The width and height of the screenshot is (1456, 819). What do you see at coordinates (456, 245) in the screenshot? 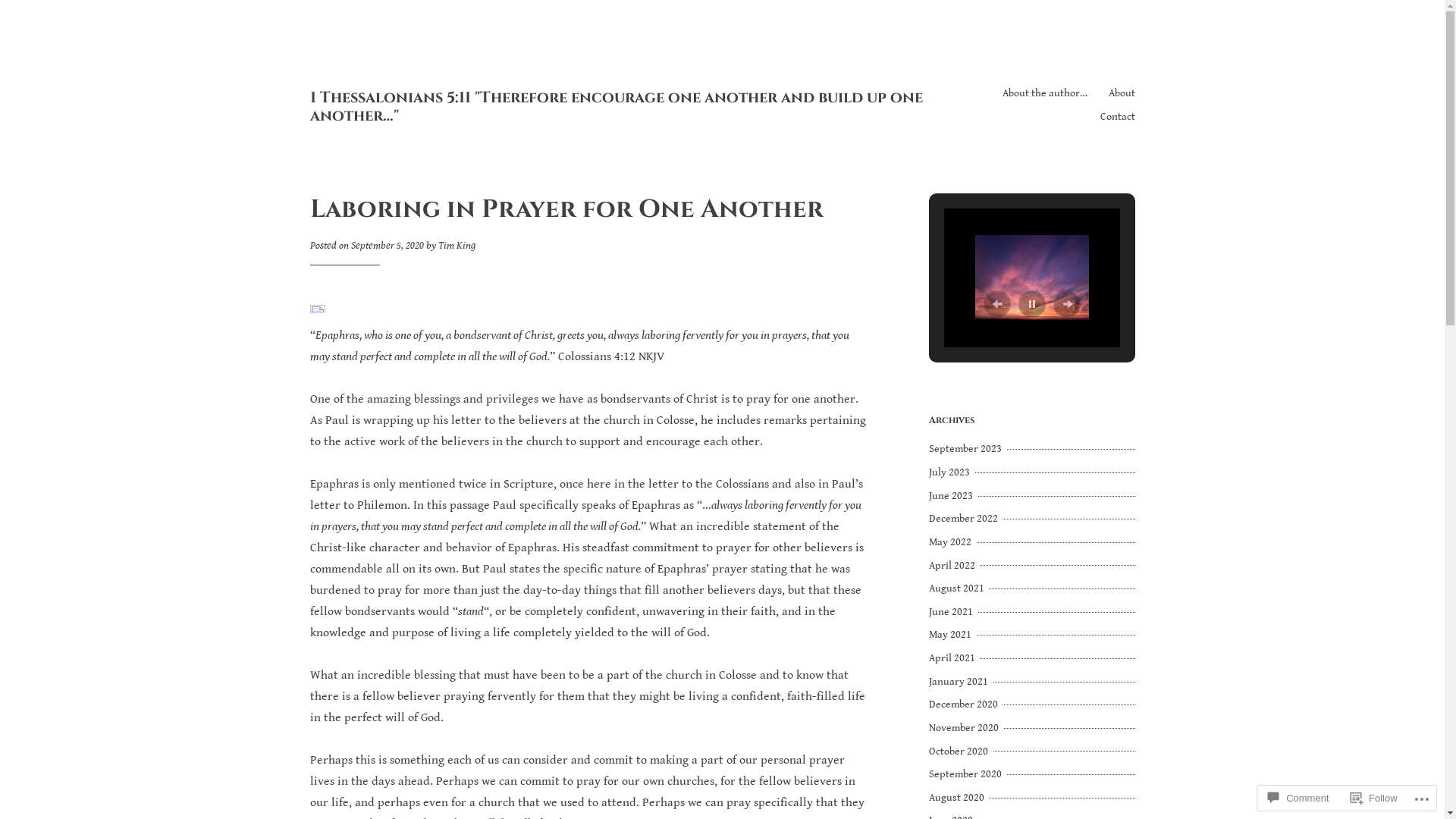
I see `'Tim King'` at bounding box center [456, 245].